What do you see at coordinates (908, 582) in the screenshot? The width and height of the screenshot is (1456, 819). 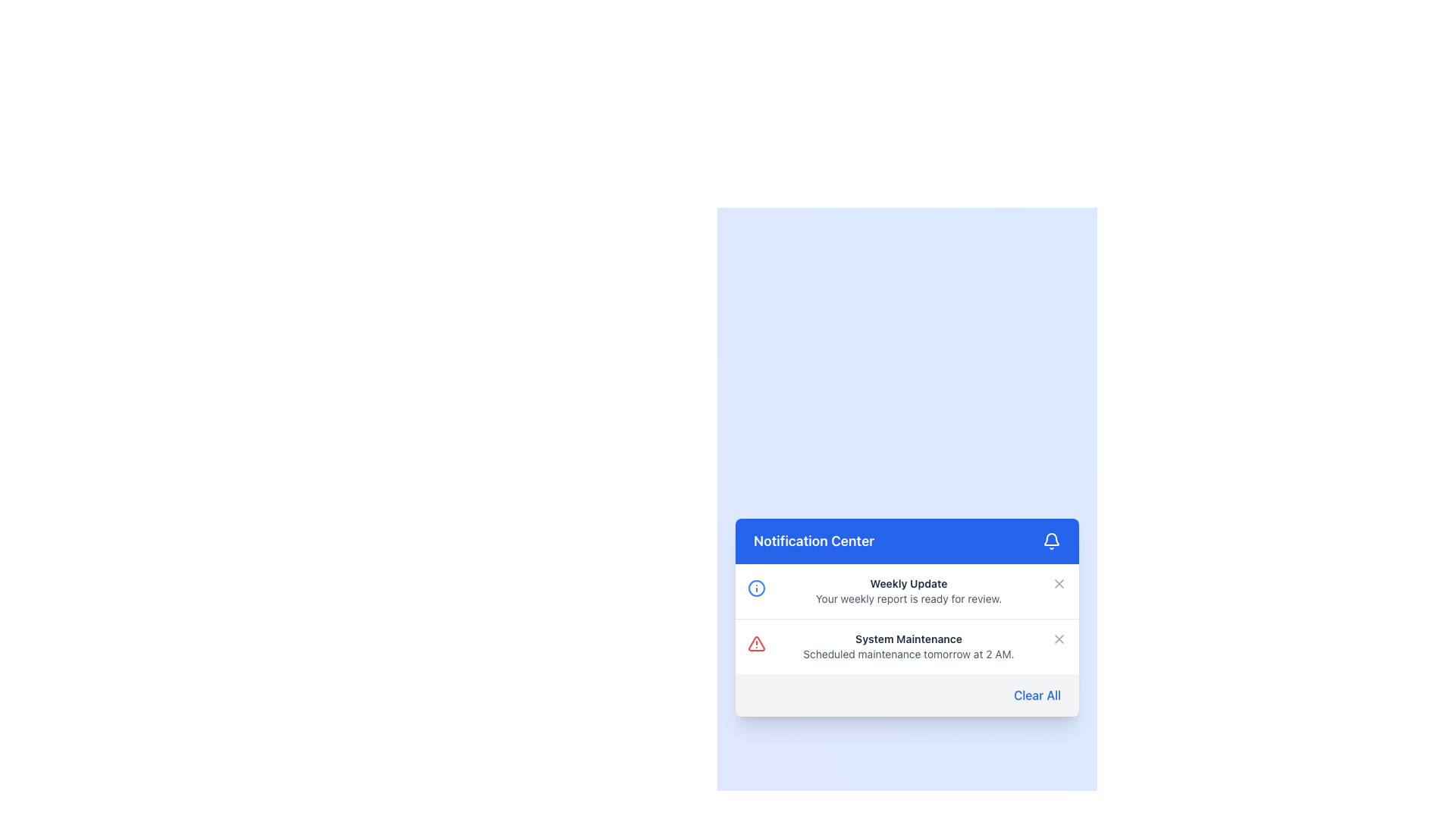 I see `the 'Weekly Update' text element, which is a bold, grayish-black heading located in the notification panel, positioned under the 'Notification Center' header` at bounding box center [908, 582].